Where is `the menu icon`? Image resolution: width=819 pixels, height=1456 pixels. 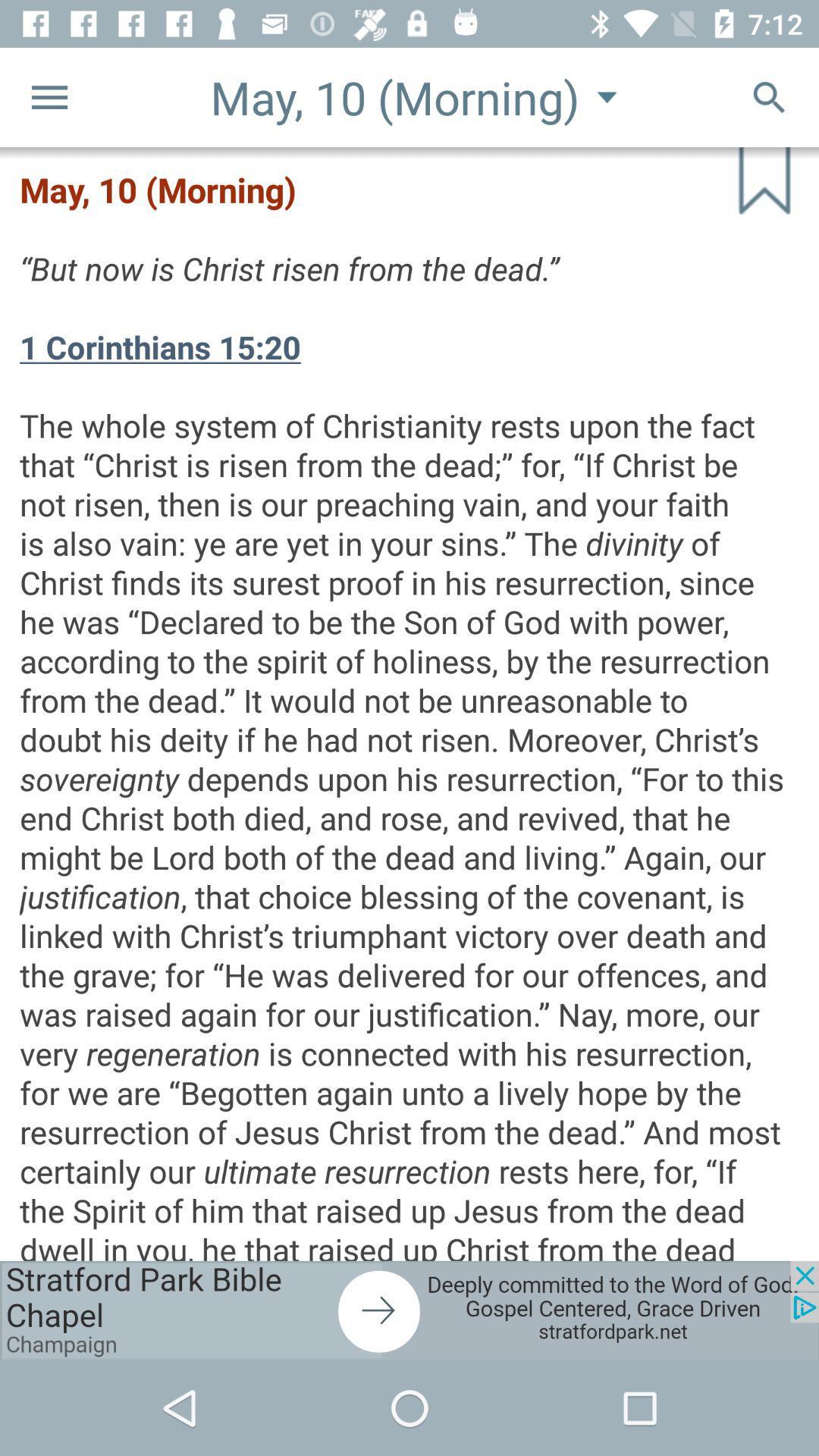 the menu icon is located at coordinates (49, 96).